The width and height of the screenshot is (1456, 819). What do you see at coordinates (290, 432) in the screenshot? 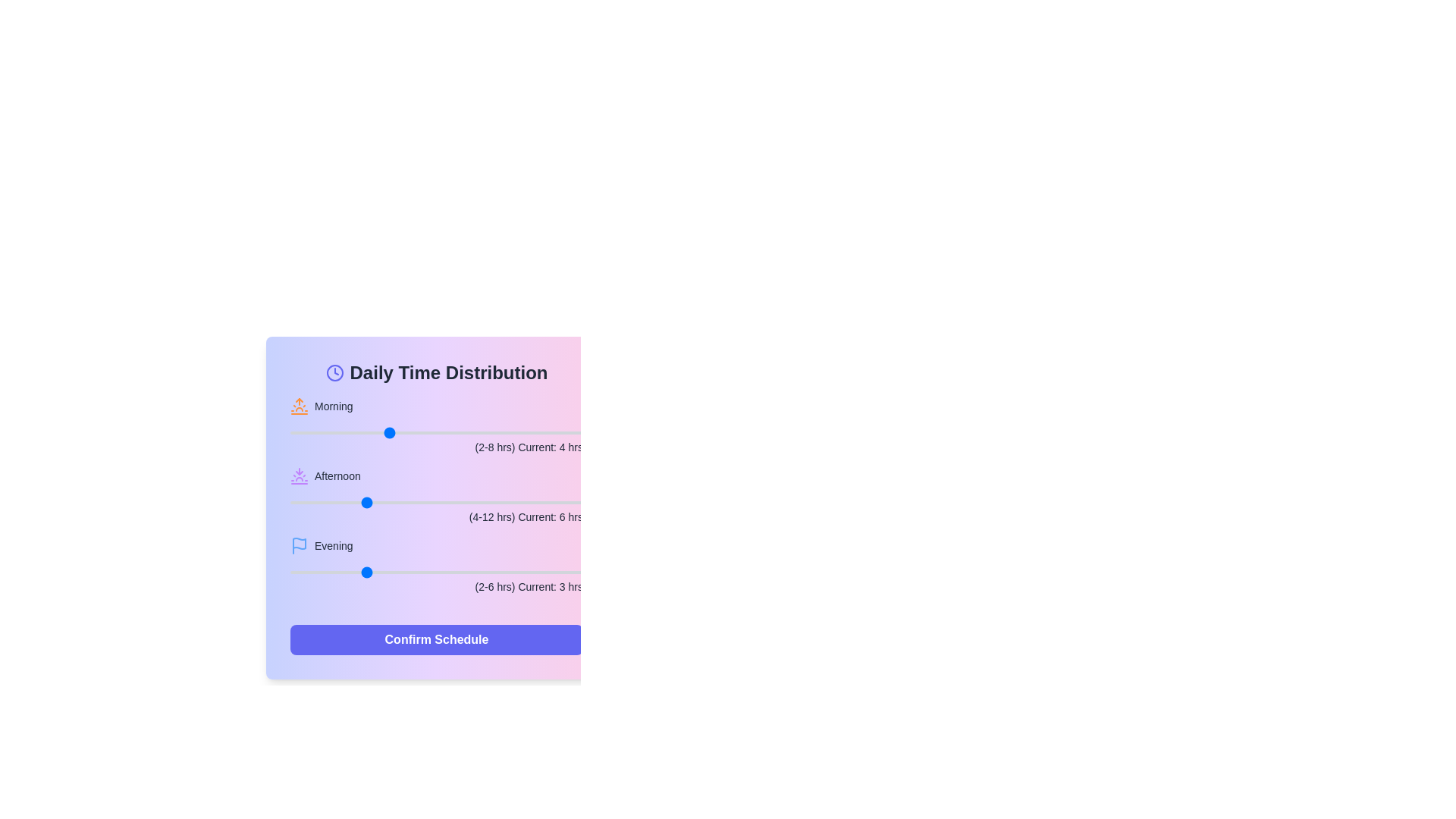
I see `the slider for morning hours` at bounding box center [290, 432].